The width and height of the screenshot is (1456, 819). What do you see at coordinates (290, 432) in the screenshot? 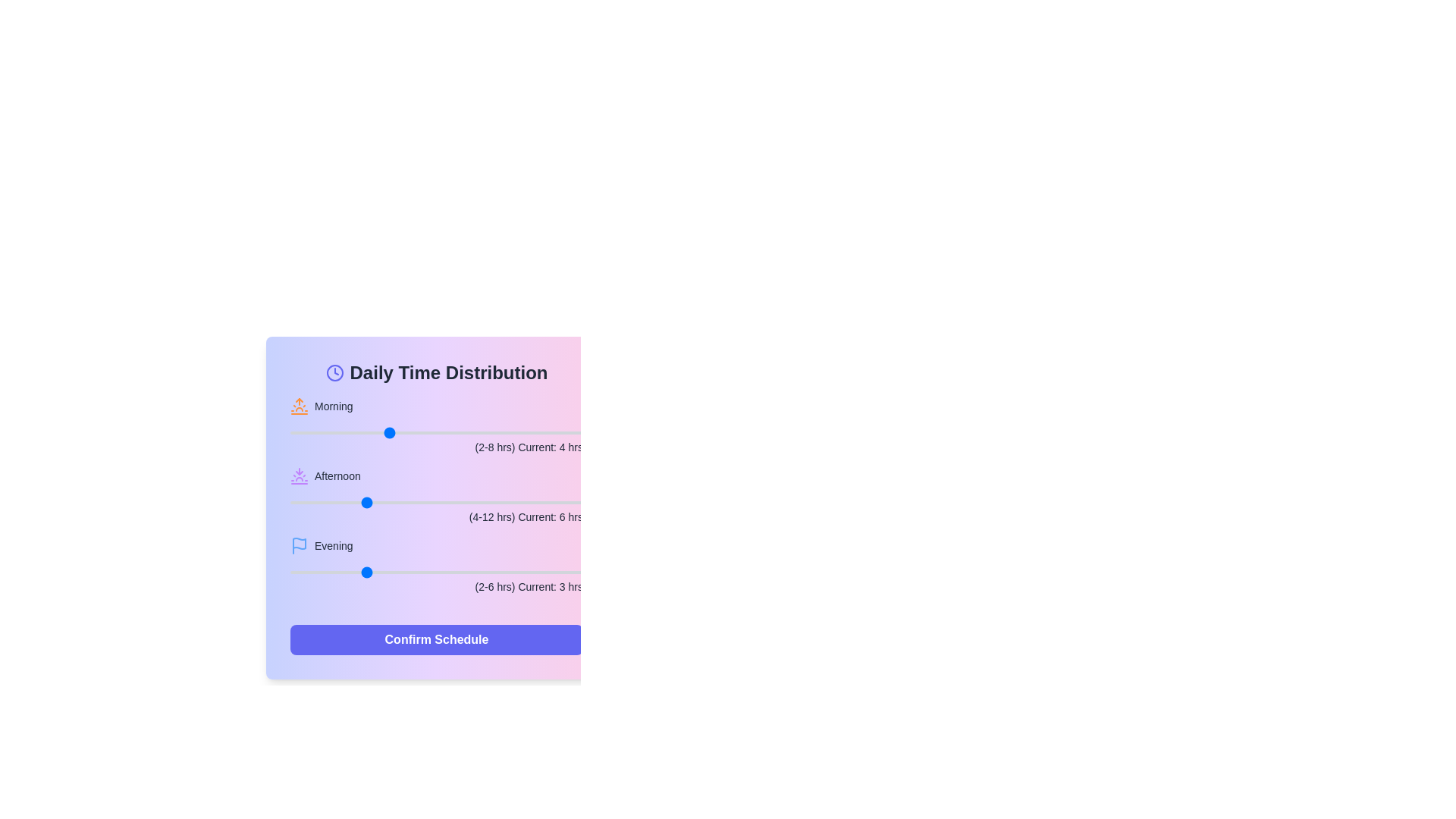
I see `the slider for morning hours` at bounding box center [290, 432].